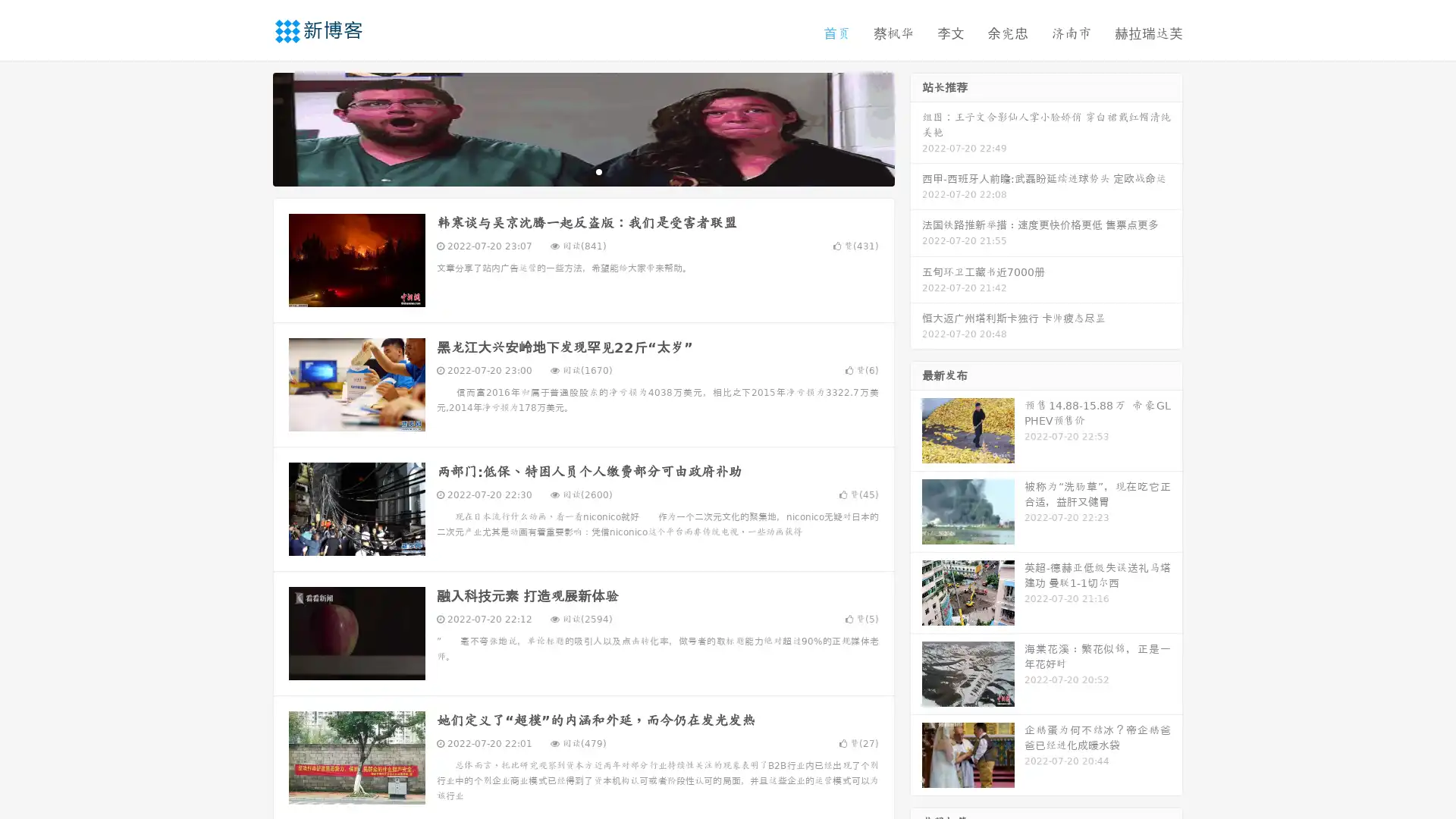  I want to click on Next slide, so click(916, 127).